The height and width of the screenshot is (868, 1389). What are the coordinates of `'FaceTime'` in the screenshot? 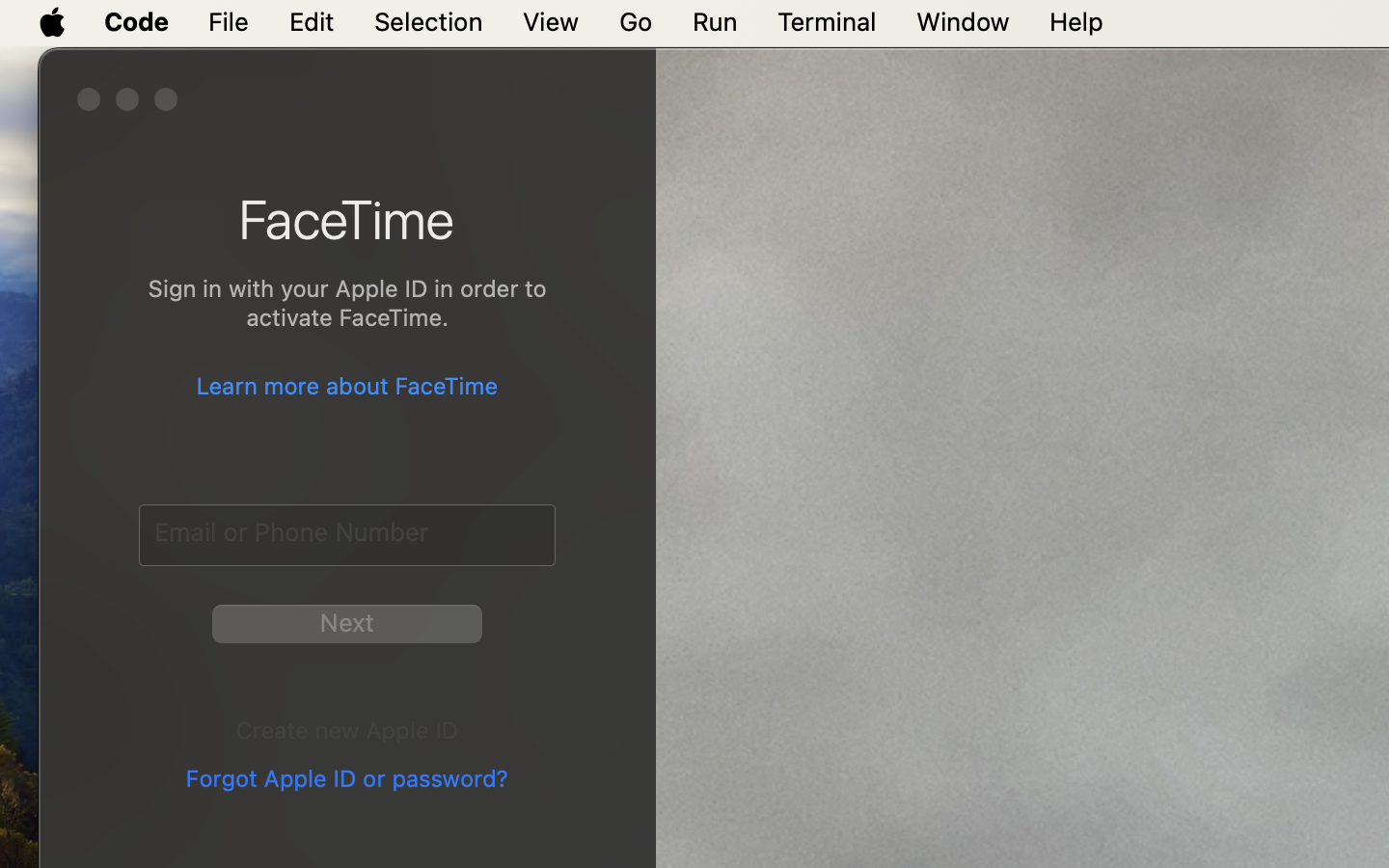 It's located at (347, 217).